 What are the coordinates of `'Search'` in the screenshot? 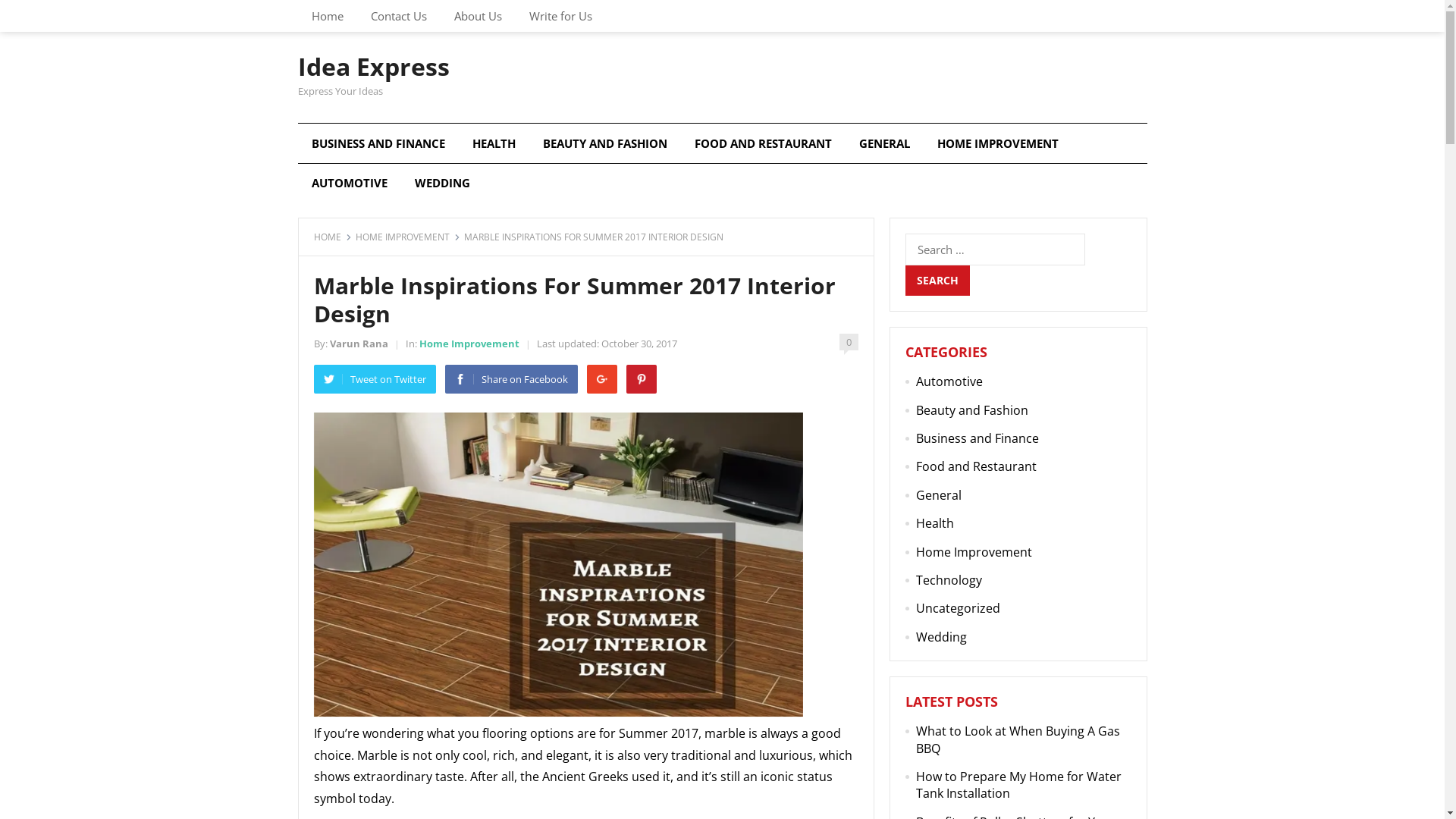 It's located at (905, 281).